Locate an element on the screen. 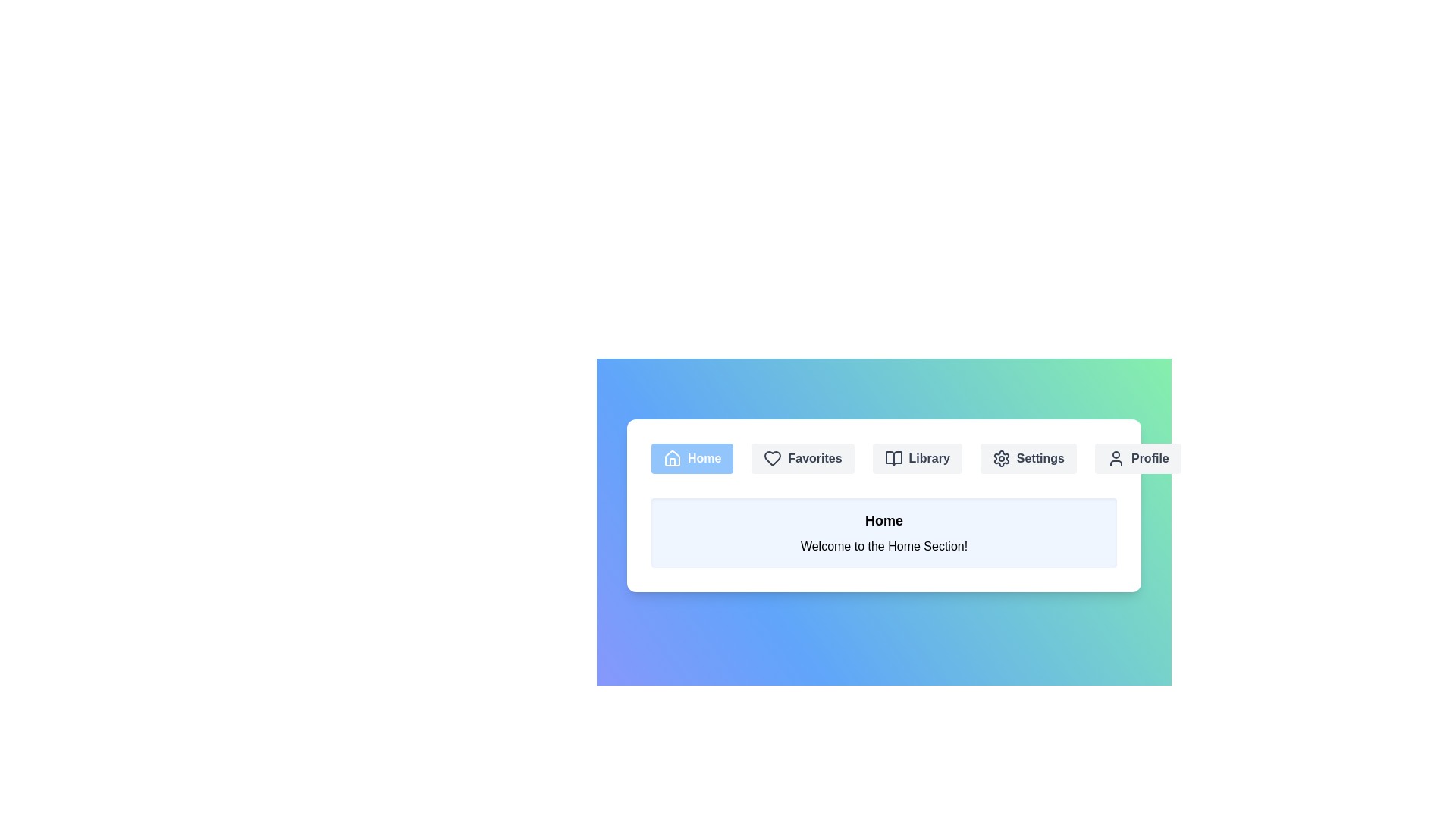 This screenshot has height=819, width=1456. the 'Library' icon in the navigation menu is located at coordinates (893, 458).